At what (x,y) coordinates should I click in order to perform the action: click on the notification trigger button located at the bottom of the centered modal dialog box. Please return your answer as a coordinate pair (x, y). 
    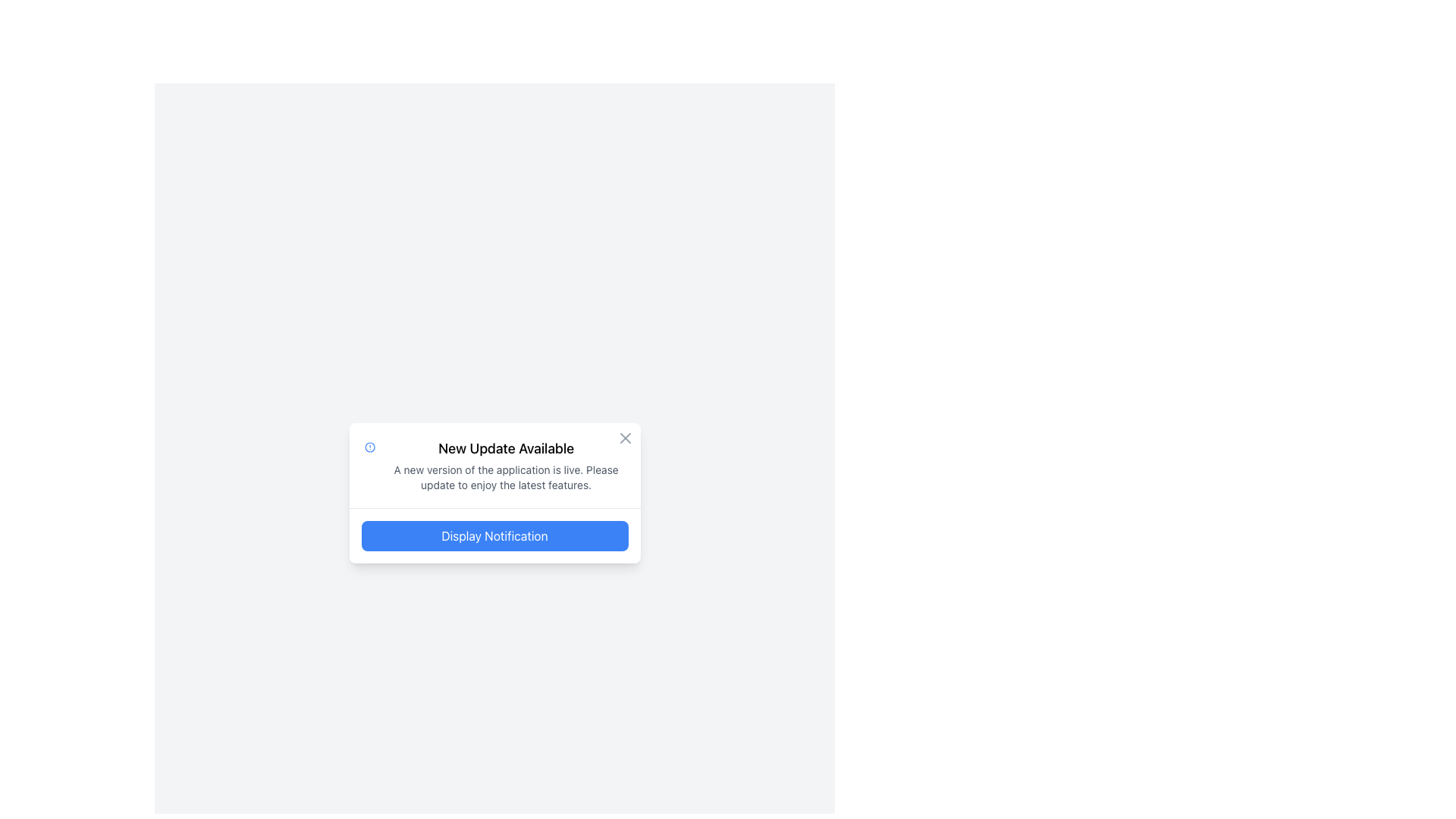
    Looking at the image, I should click on (494, 535).